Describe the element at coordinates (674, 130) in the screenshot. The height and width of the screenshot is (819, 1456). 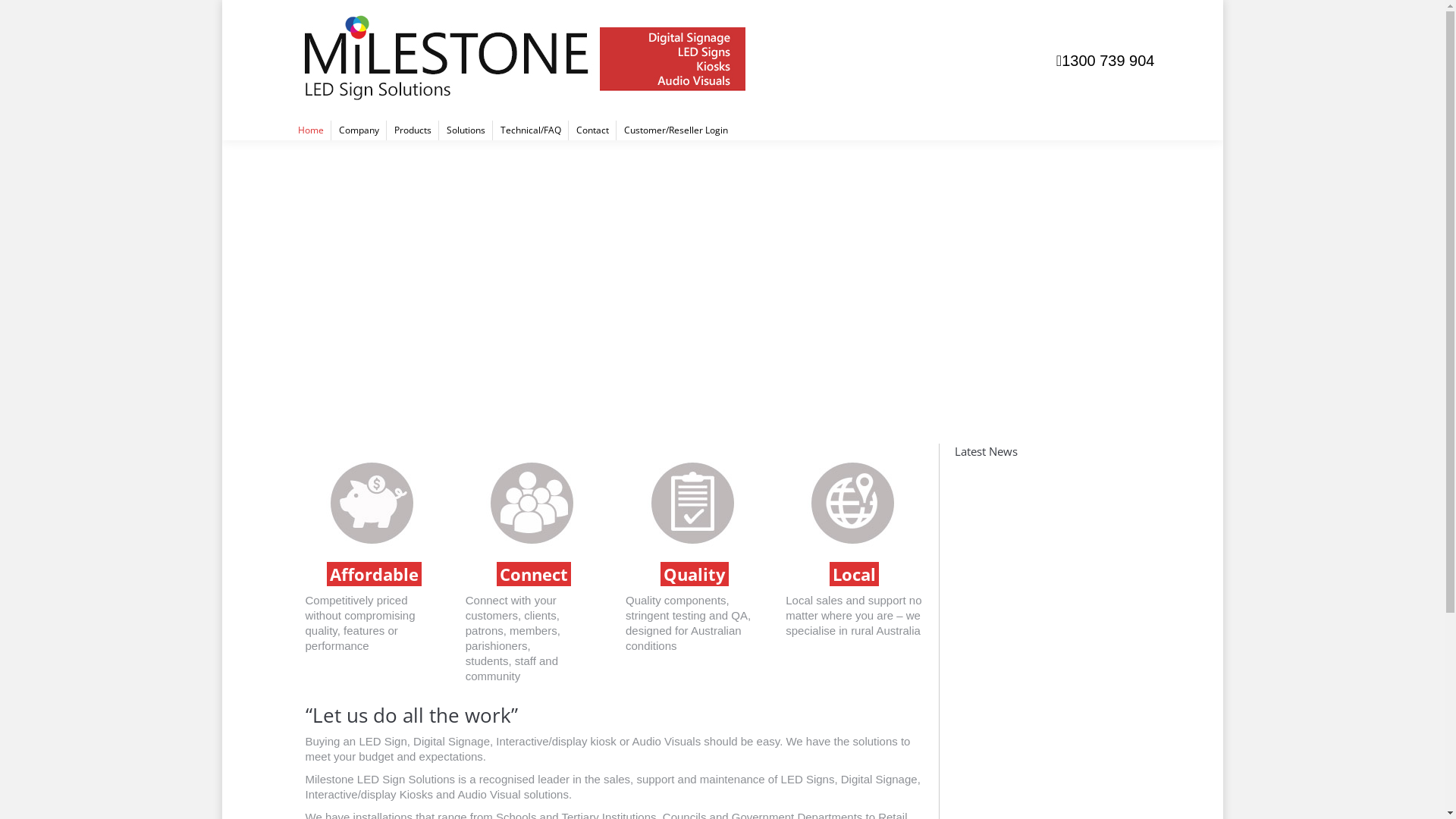
I see `'Customer/Reseller Login'` at that location.